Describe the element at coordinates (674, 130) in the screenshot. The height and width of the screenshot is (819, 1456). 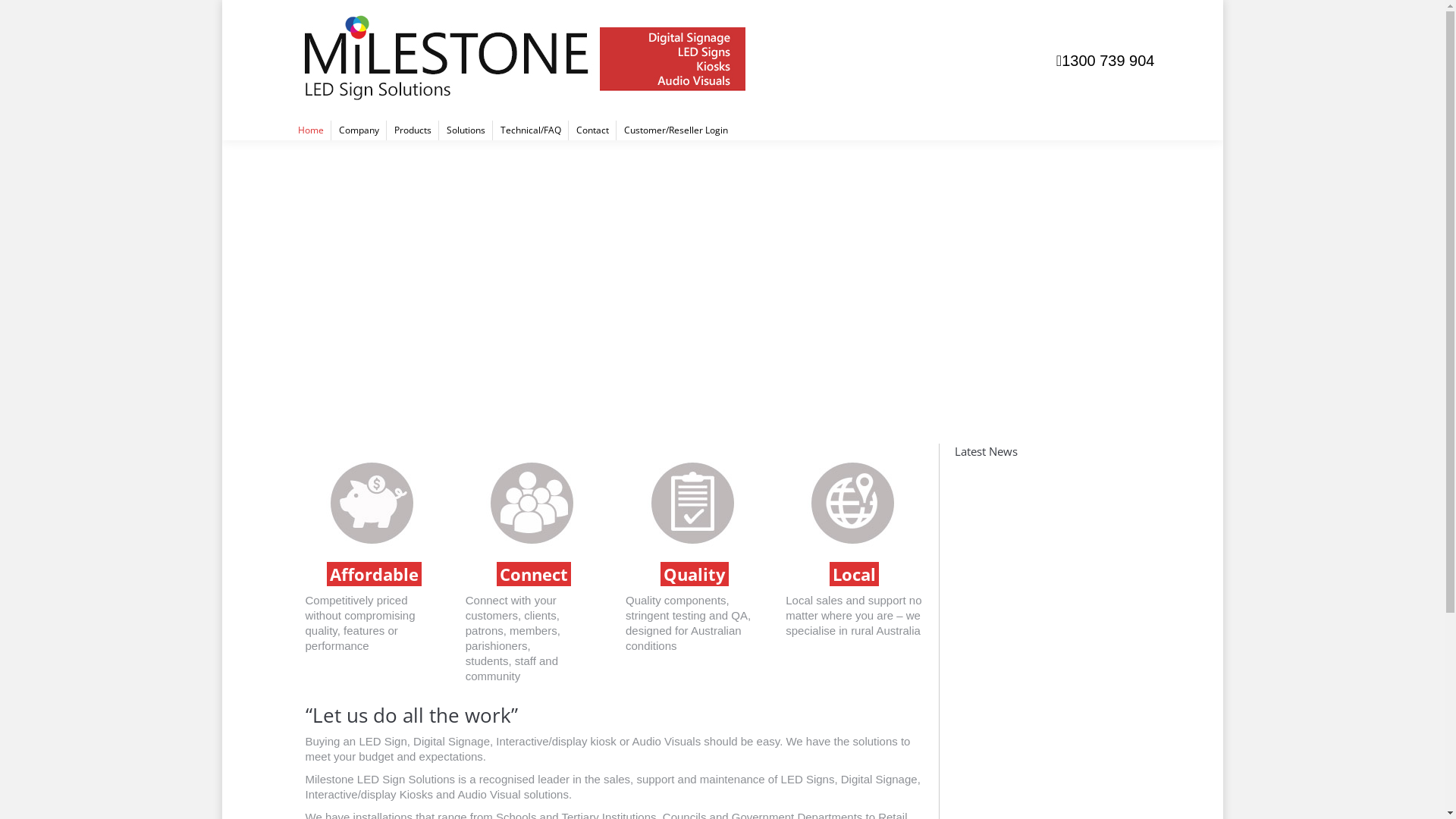
I see `'Customer/Reseller Login'` at that location.